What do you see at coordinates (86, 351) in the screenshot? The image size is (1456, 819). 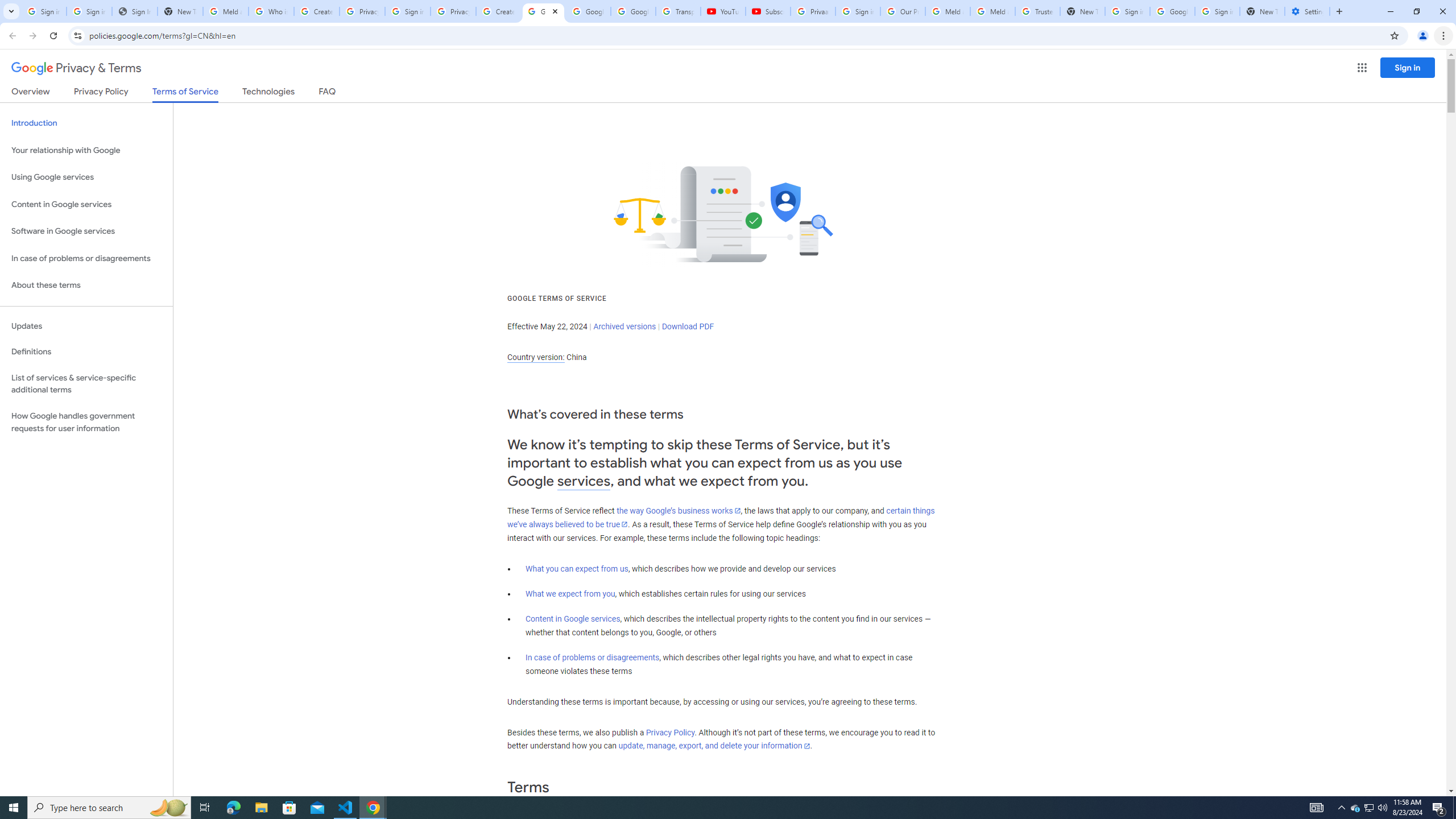 I see `'Definitions'` at bounding box center [86, 351].